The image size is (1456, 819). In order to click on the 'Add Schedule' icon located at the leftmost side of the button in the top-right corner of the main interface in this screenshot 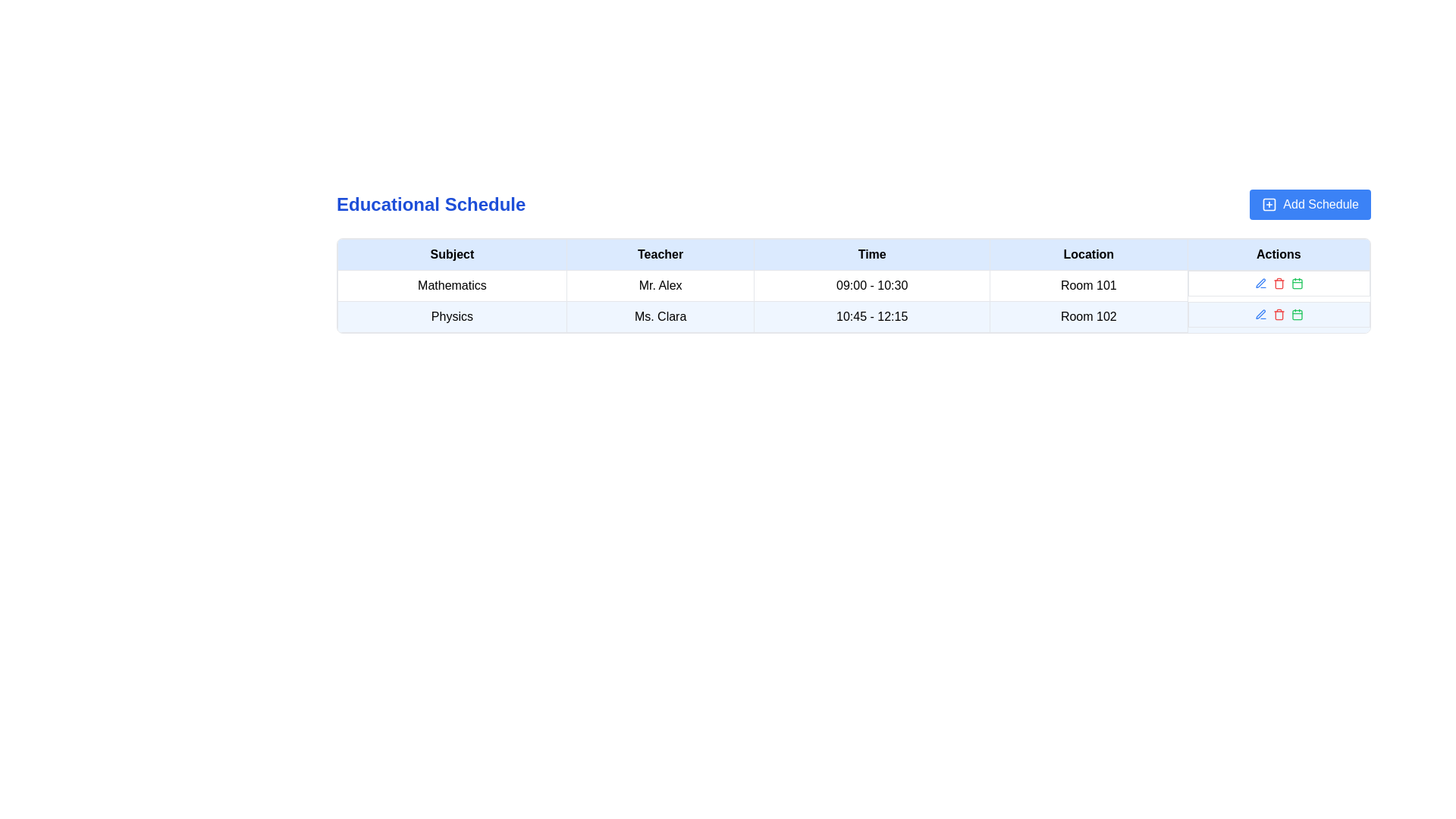, I will do `click(1269, 205)`.